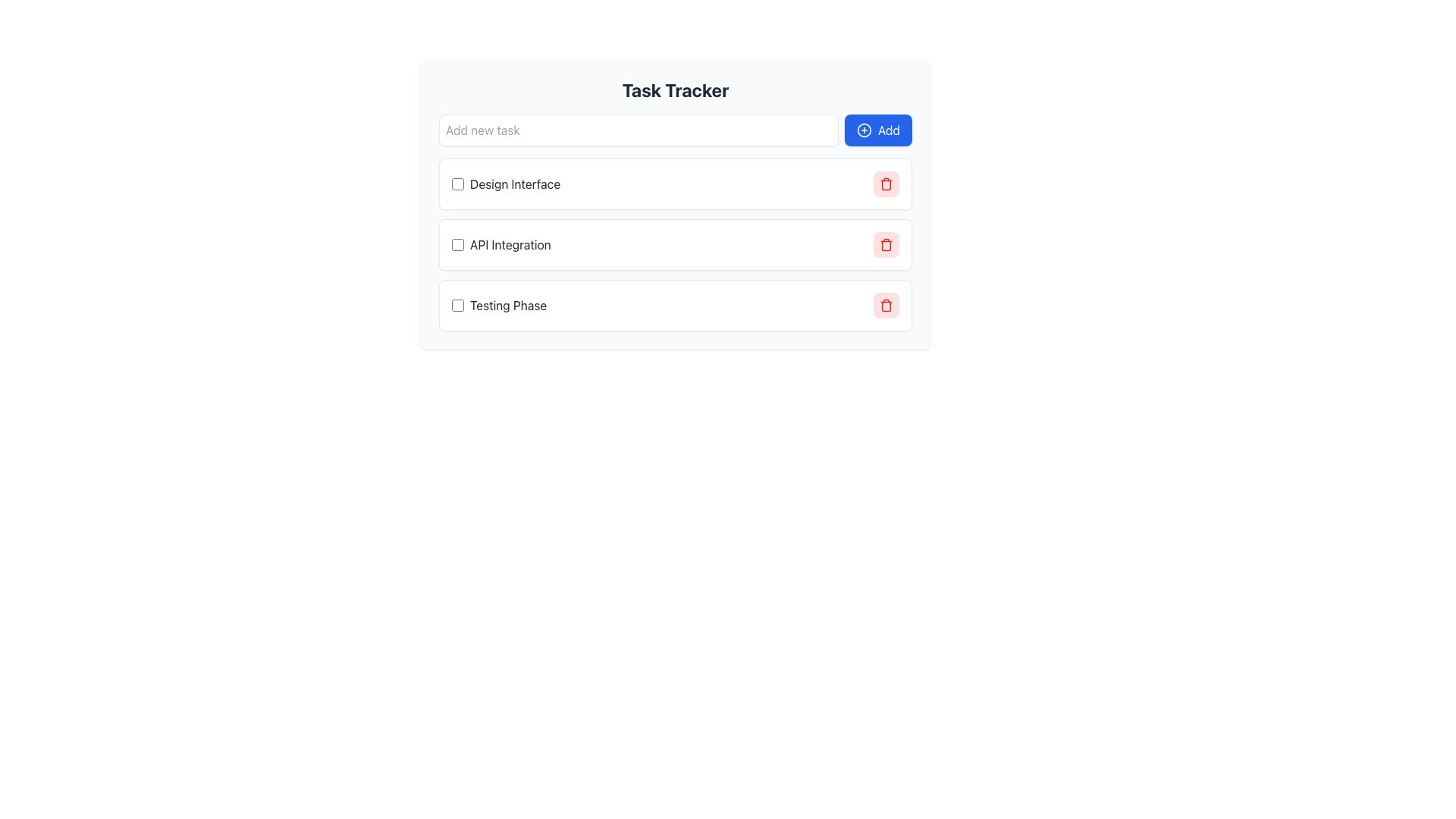 This screenshot has height=819, width=1456. I want to click on the circular icon with a plus sign, so click(864, 130).